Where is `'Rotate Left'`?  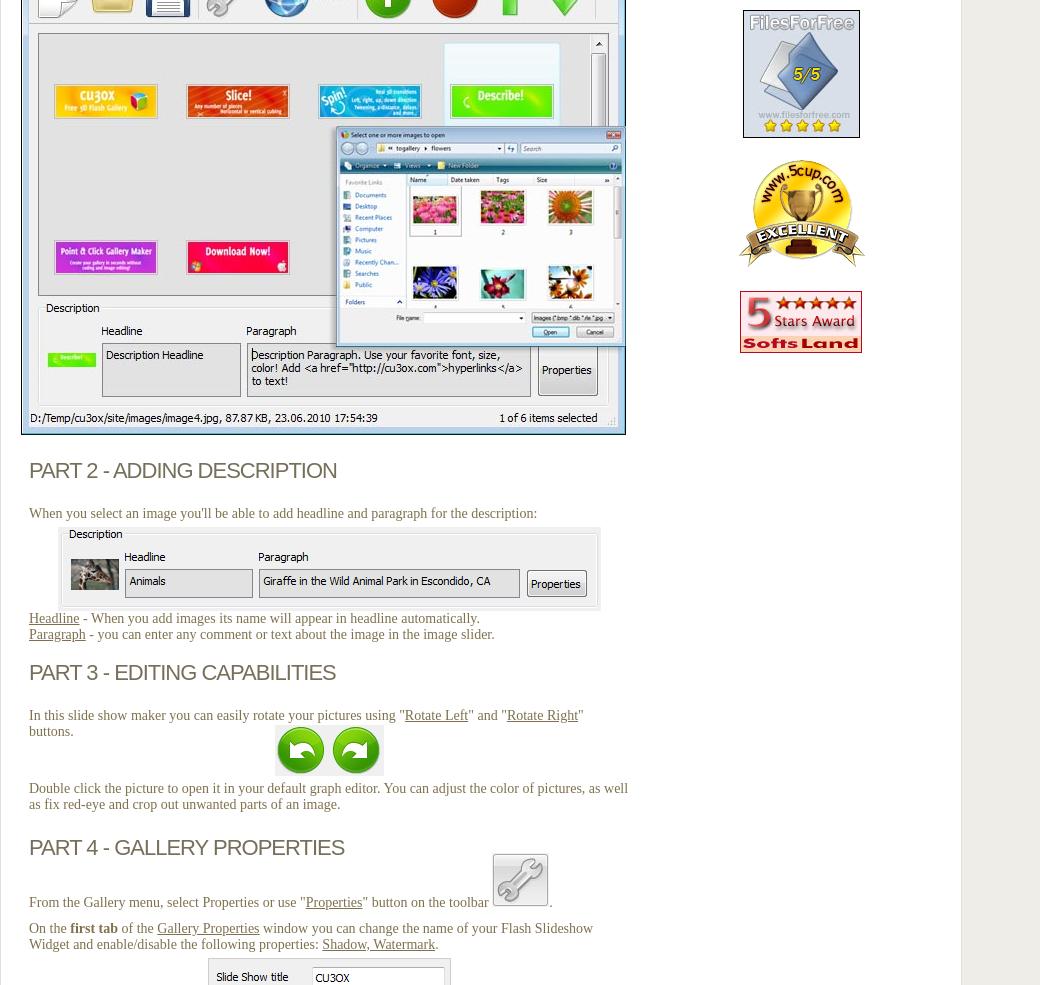
'Rotate Left' is located at coordinates (435, 715).